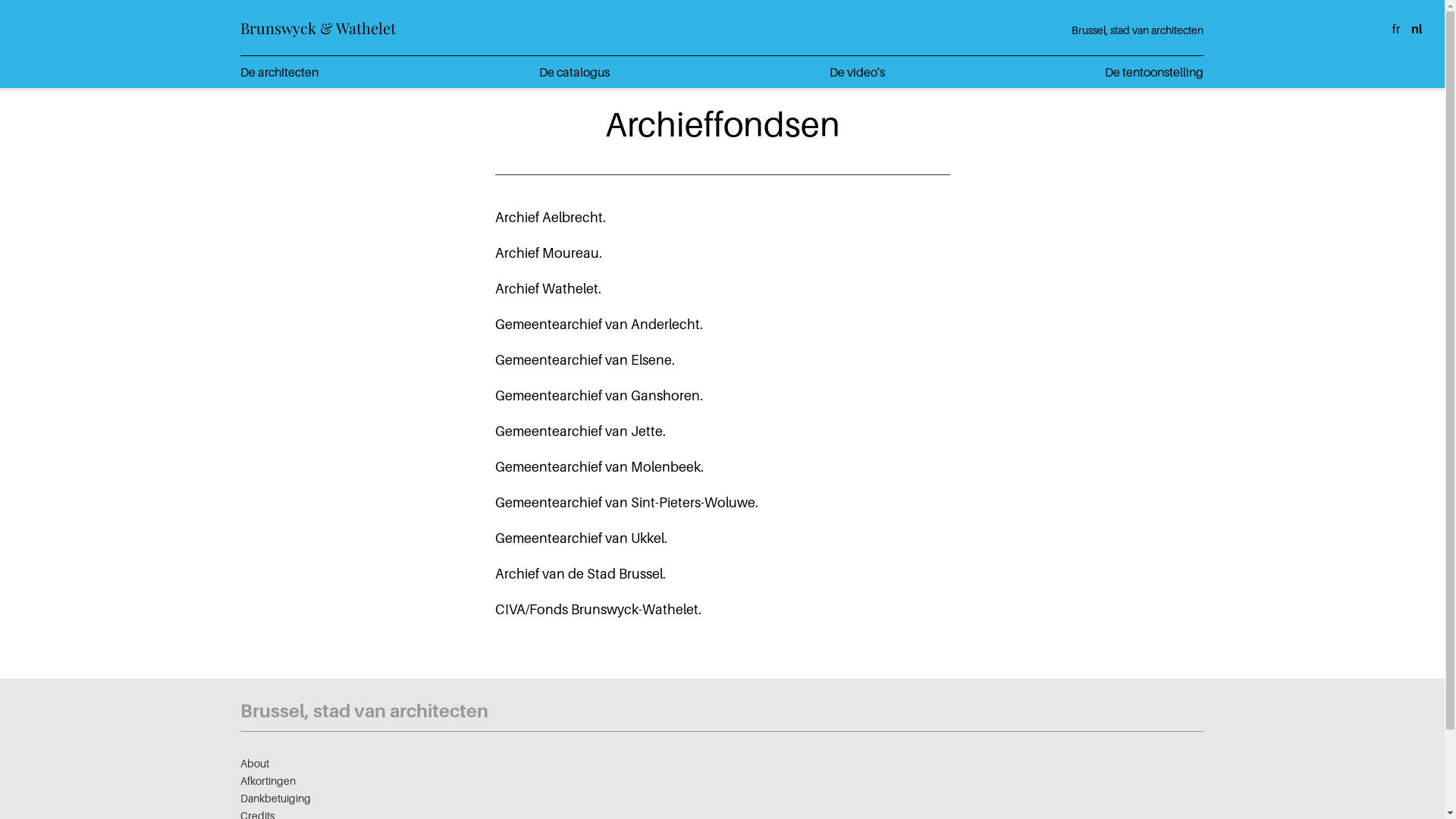  Describe the element at coordinates (268, 780) in the screenshot. I see `'Afkortingen'` at that location.